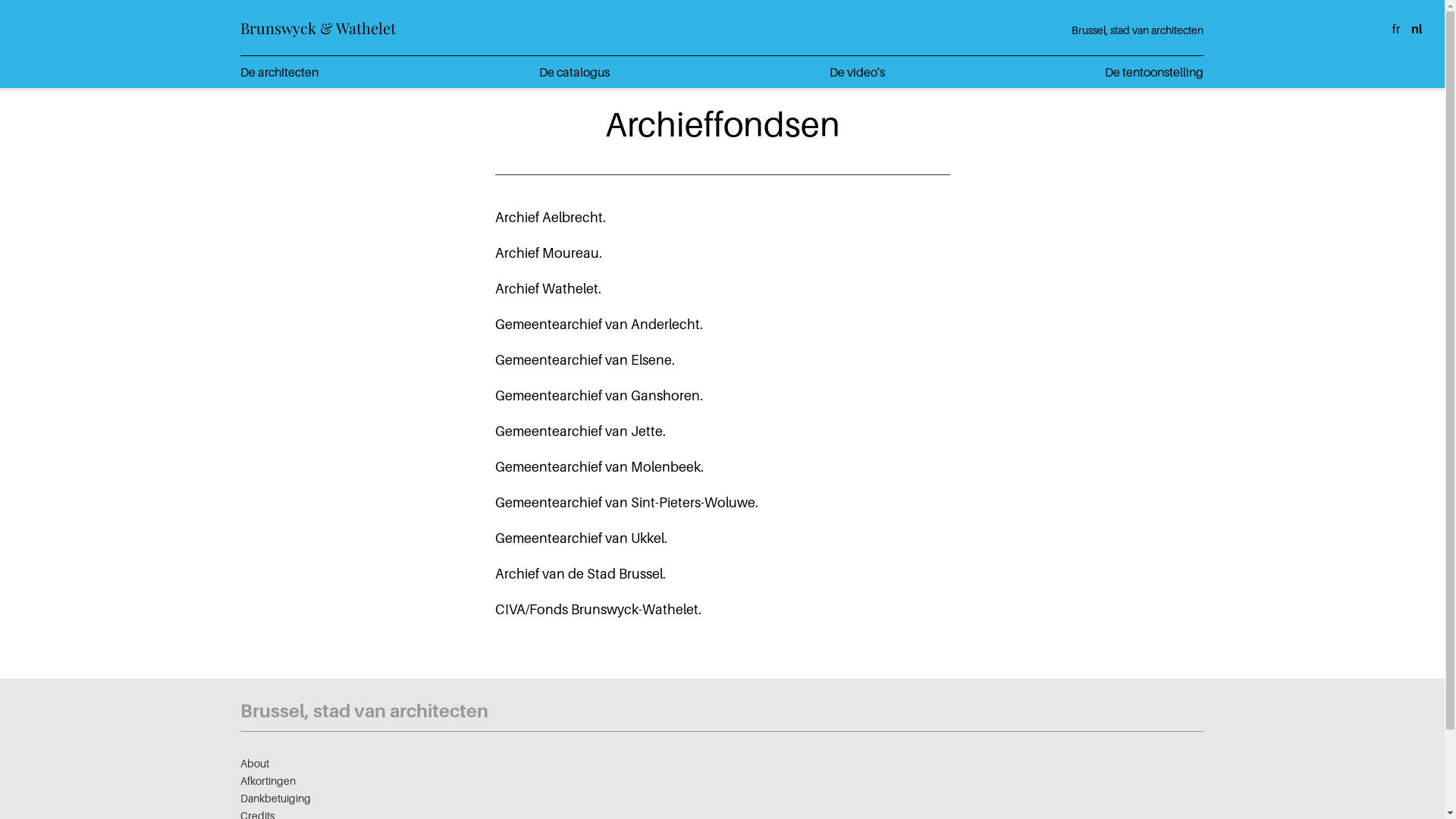  Describe the element at coordinates (268, 780) in the screenshot. I see `'Afkortingen'` at that location.